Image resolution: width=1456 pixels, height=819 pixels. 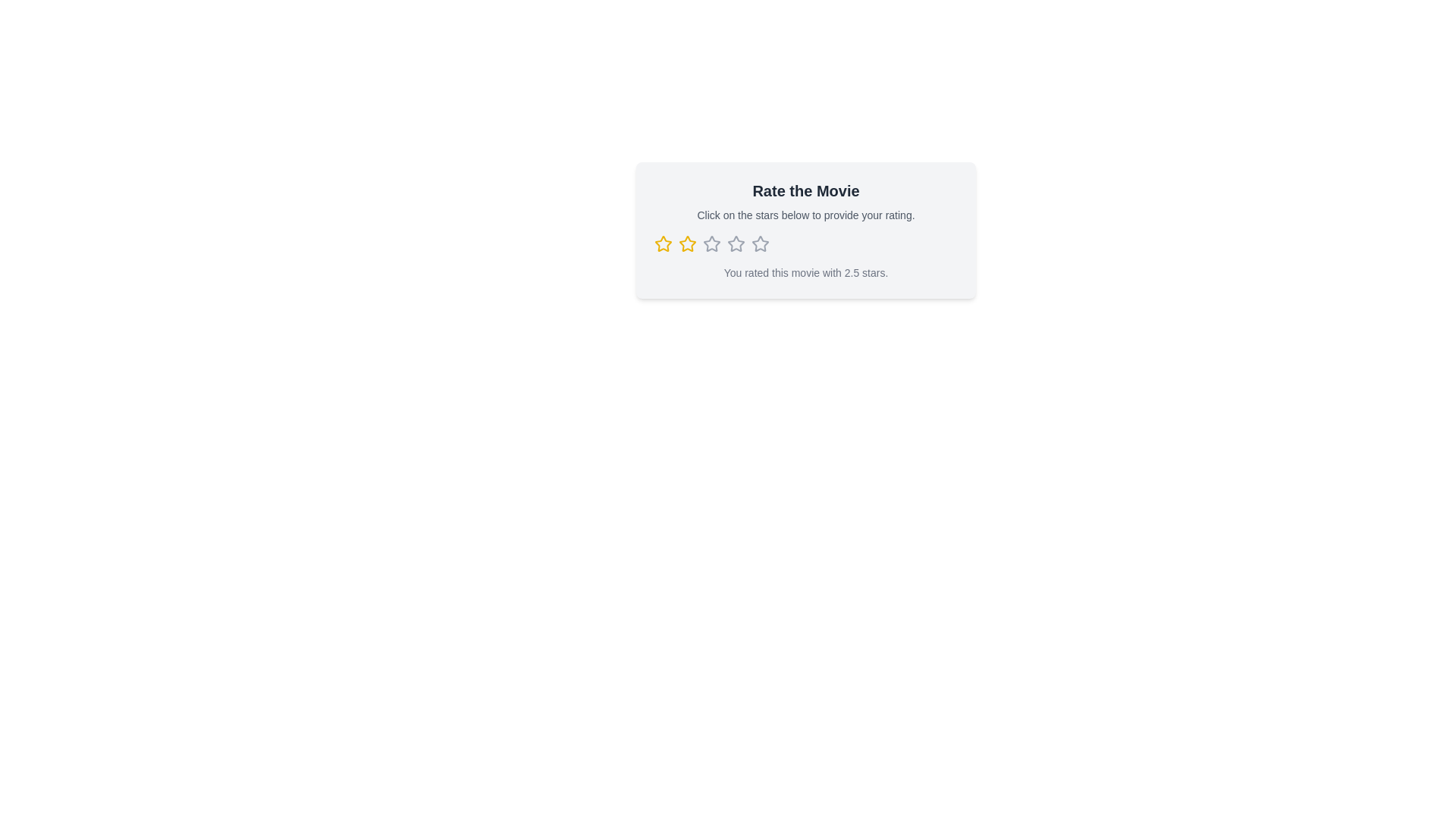 What do you see at coordinates (663, 243) in the screenshot?
I see `the first yellow star icon in the rating component` at bounding box center [663, 243].